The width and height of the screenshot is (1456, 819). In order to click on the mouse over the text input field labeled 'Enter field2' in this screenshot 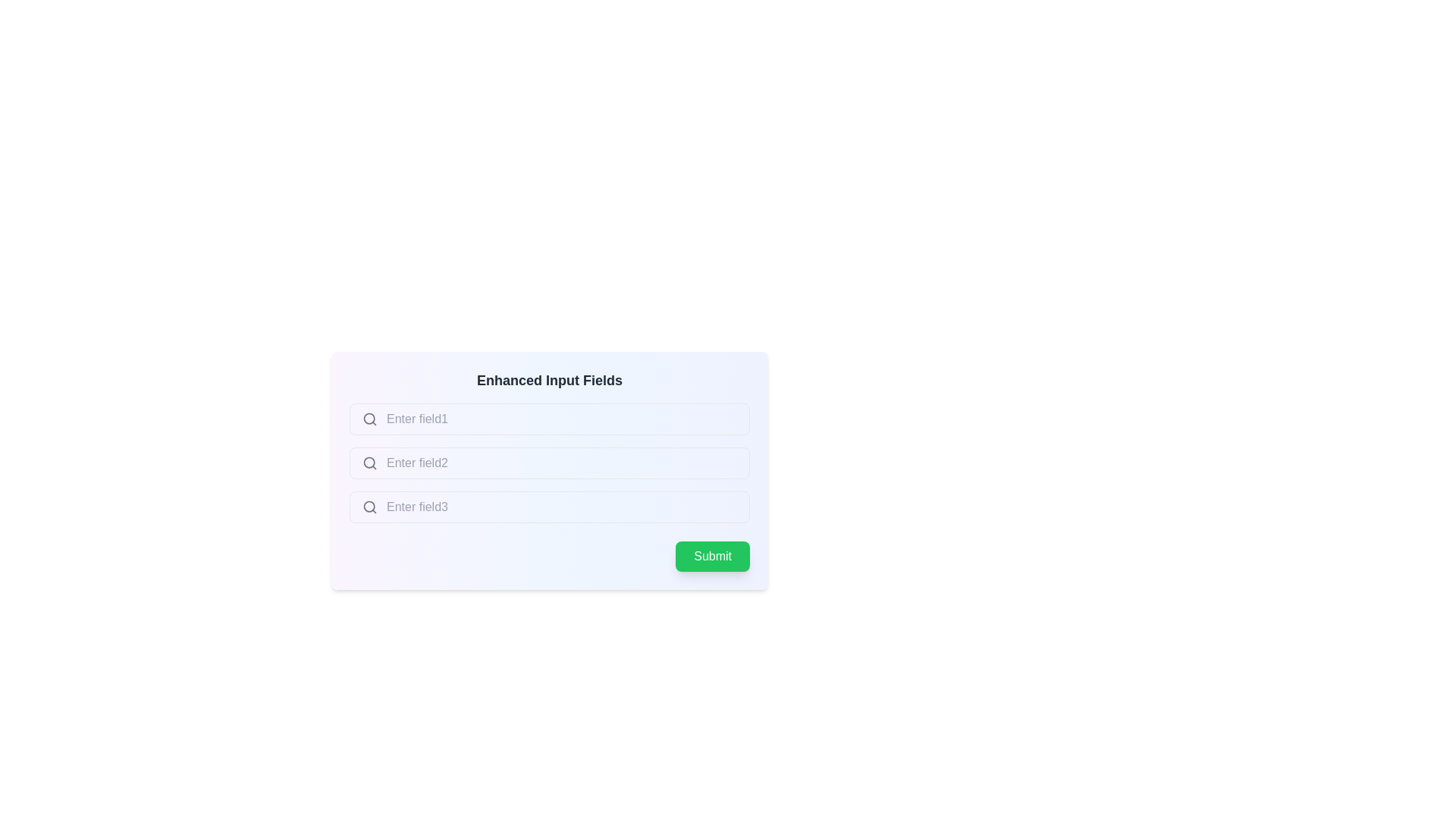, I will do `click(548, 462)`.